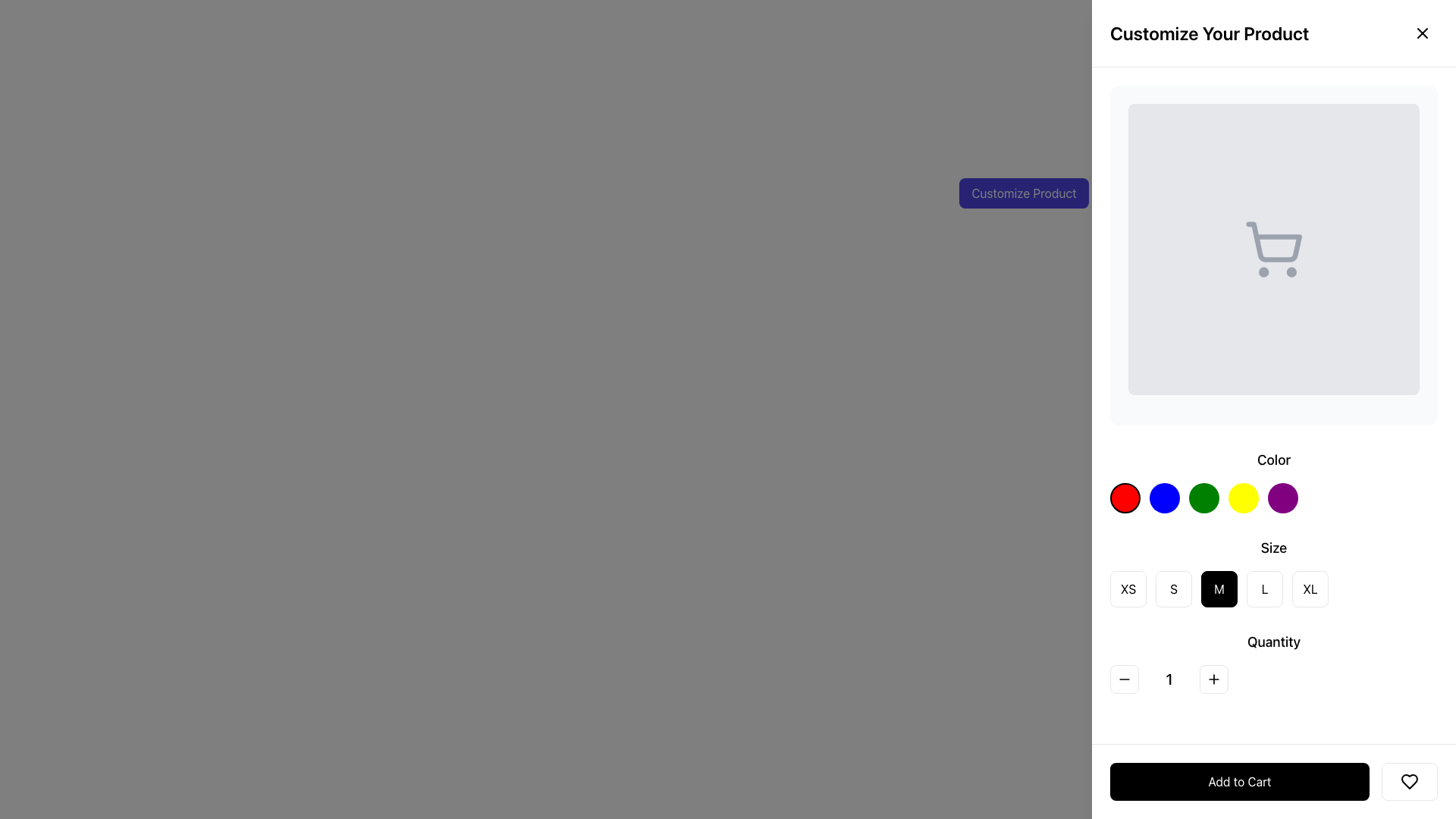 The width and height of the screenshot is (1456, 819). Describe the element at coordinates (1422, 33) in the screenshot. I see `the close button located at the top-right corner of the 'Customize Your Product' modal` at that location.